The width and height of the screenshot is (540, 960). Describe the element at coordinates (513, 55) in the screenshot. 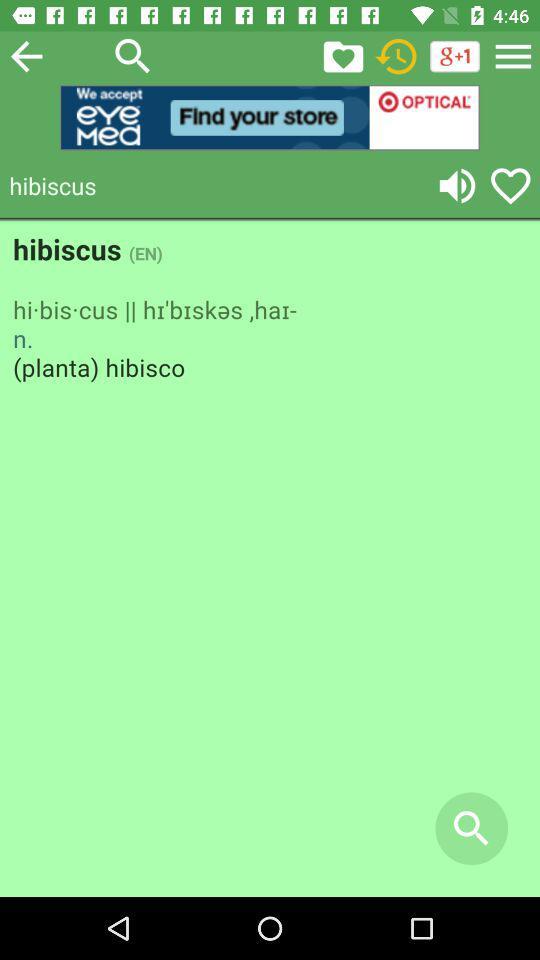

I see `the menu icon` at that location.